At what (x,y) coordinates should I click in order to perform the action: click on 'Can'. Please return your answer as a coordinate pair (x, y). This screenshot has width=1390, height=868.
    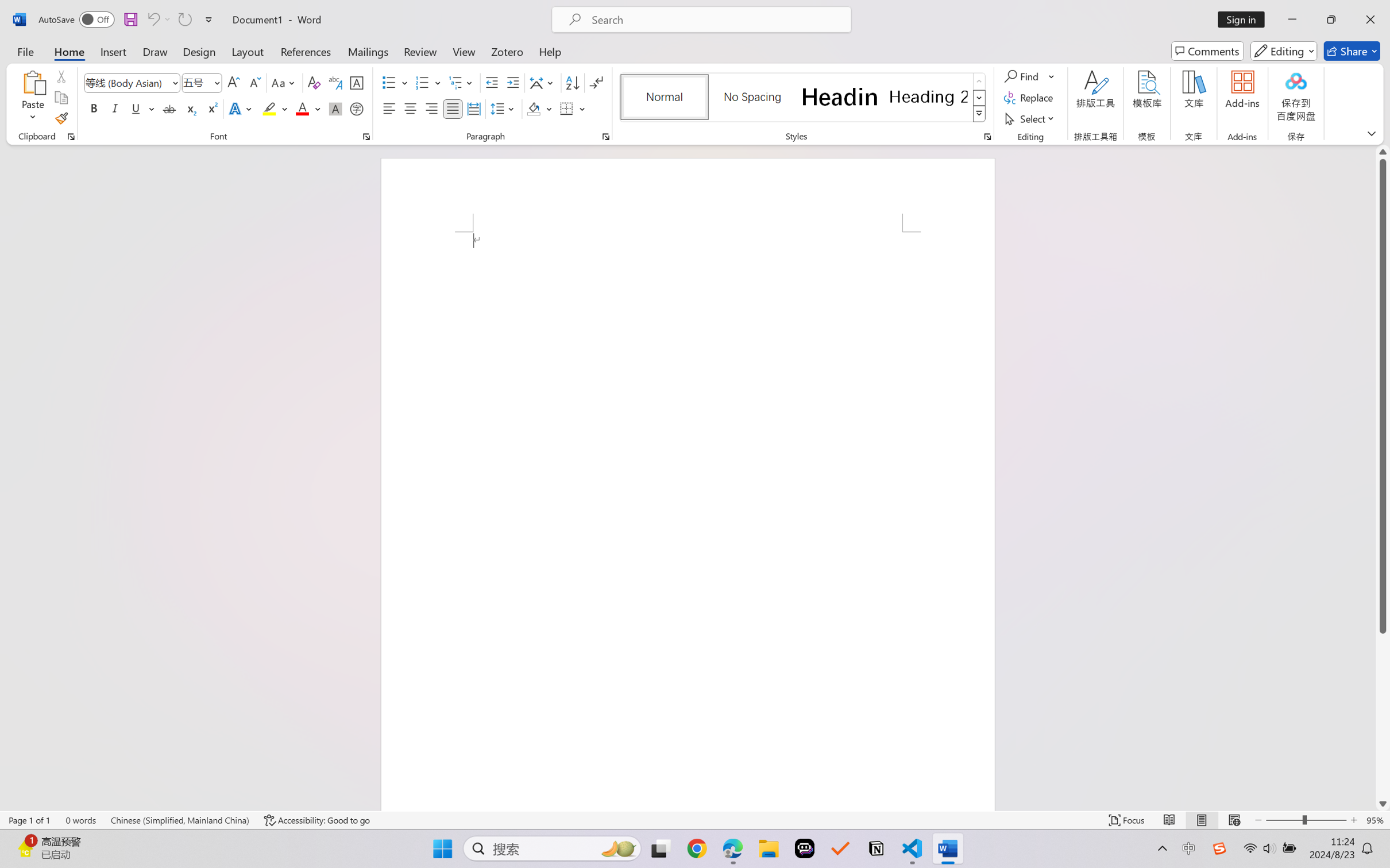
    Looking at the image, I should click on (184, 19).